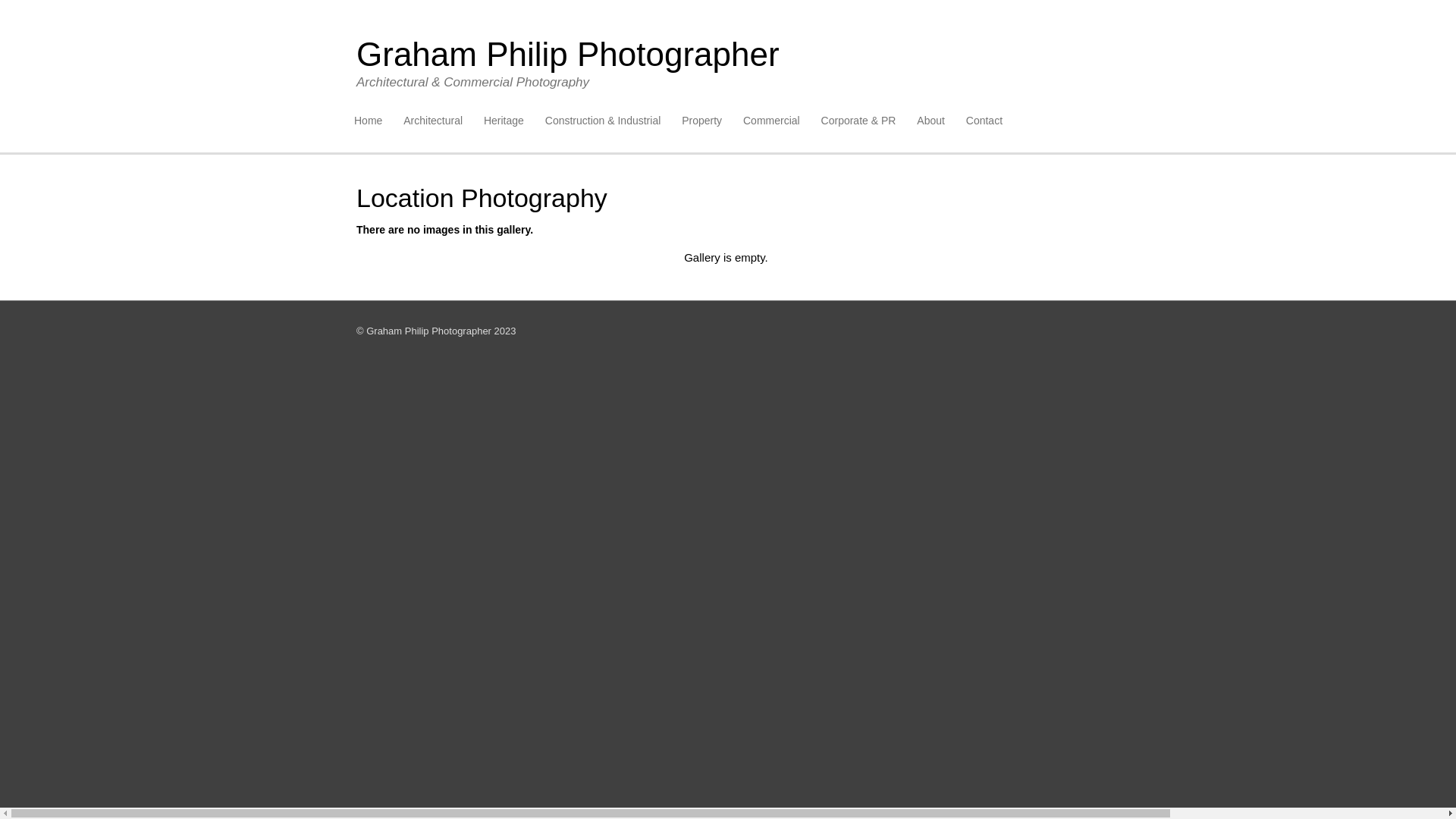 This screenshot has width=1456, height=819. Describe the element at coordinates (771, 120) in the screenshot. I see `'Commercial'` at that location.